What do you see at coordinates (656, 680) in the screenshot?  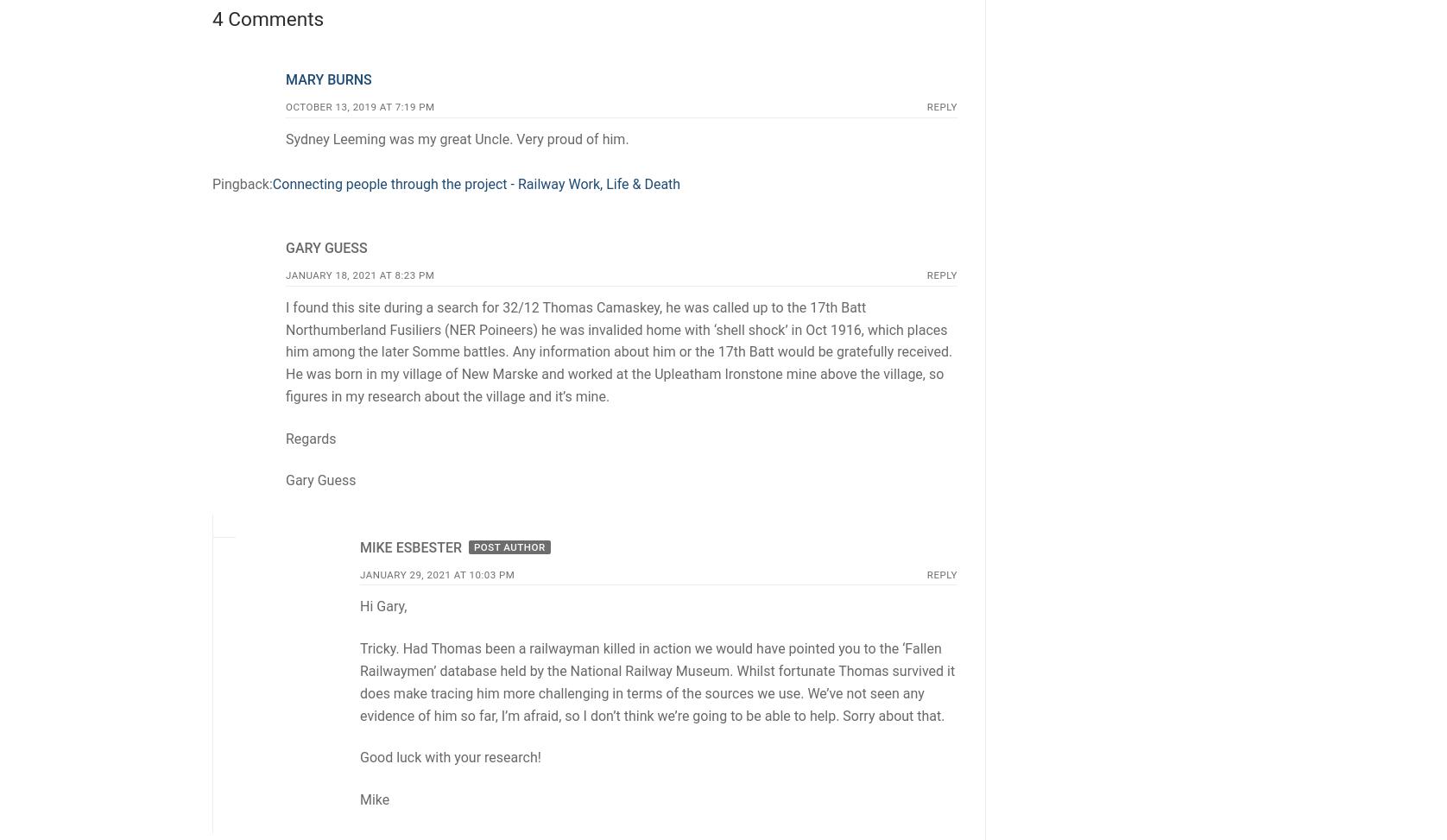 I see `'Tricky. Had Thomas been a railwayman killed in action we would have pointed you to the ‘Fallen Railwaymen’ database held by the National Railway Museum. Whilst fortunate Thomas survived it does make tracing him more challenging in terms of the sources we use. We’ve not seen any evidence of him so far, I’m afraid, so I don’t think we’re going to be able to help. Sorry about that.'` at bounding box center [656, 680].